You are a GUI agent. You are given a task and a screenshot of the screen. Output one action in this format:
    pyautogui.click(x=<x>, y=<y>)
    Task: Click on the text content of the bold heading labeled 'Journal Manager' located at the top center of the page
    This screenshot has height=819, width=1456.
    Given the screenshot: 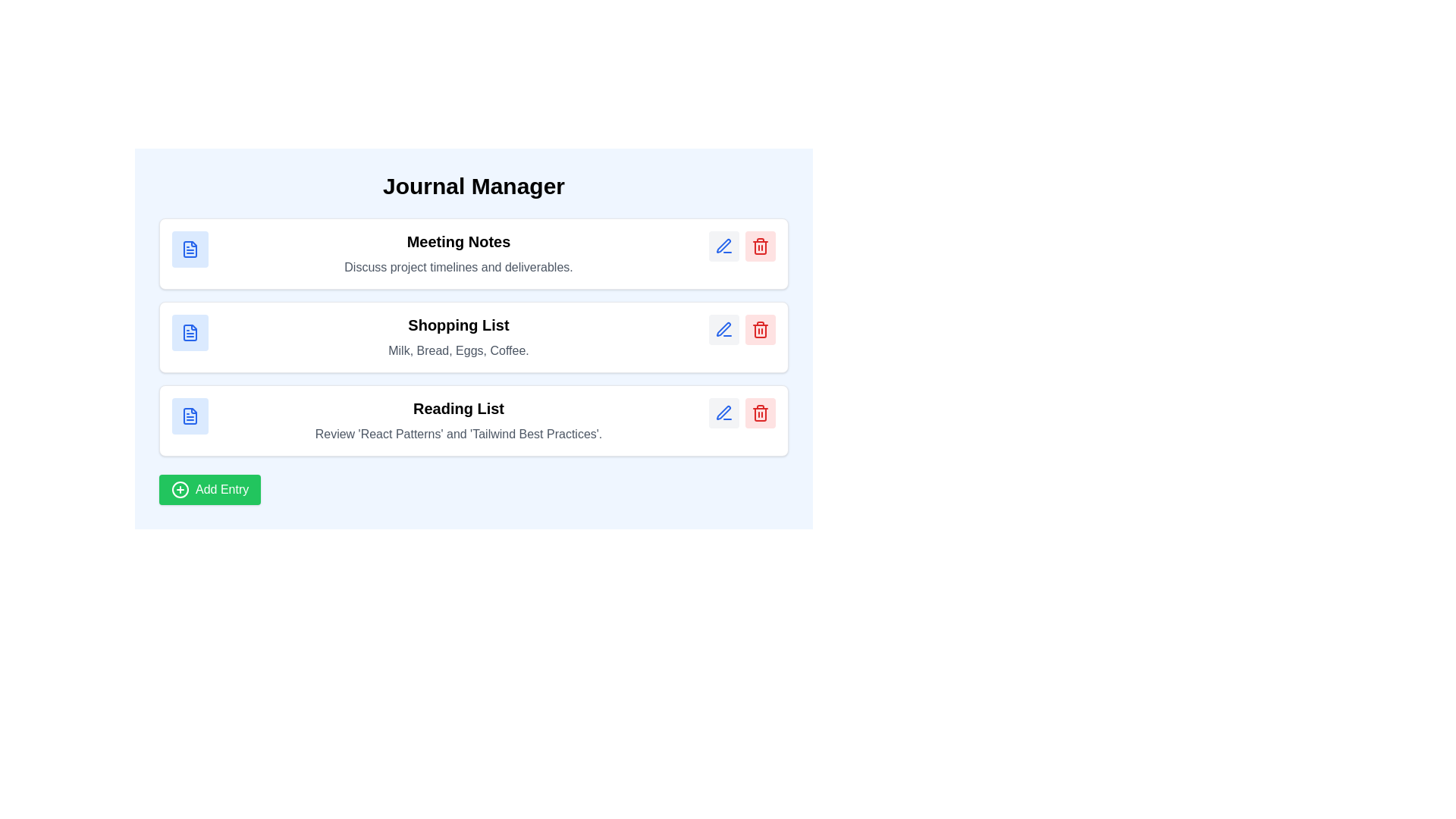 What is the action you would take?
    pyautogui.click(x=472, y=186)
    